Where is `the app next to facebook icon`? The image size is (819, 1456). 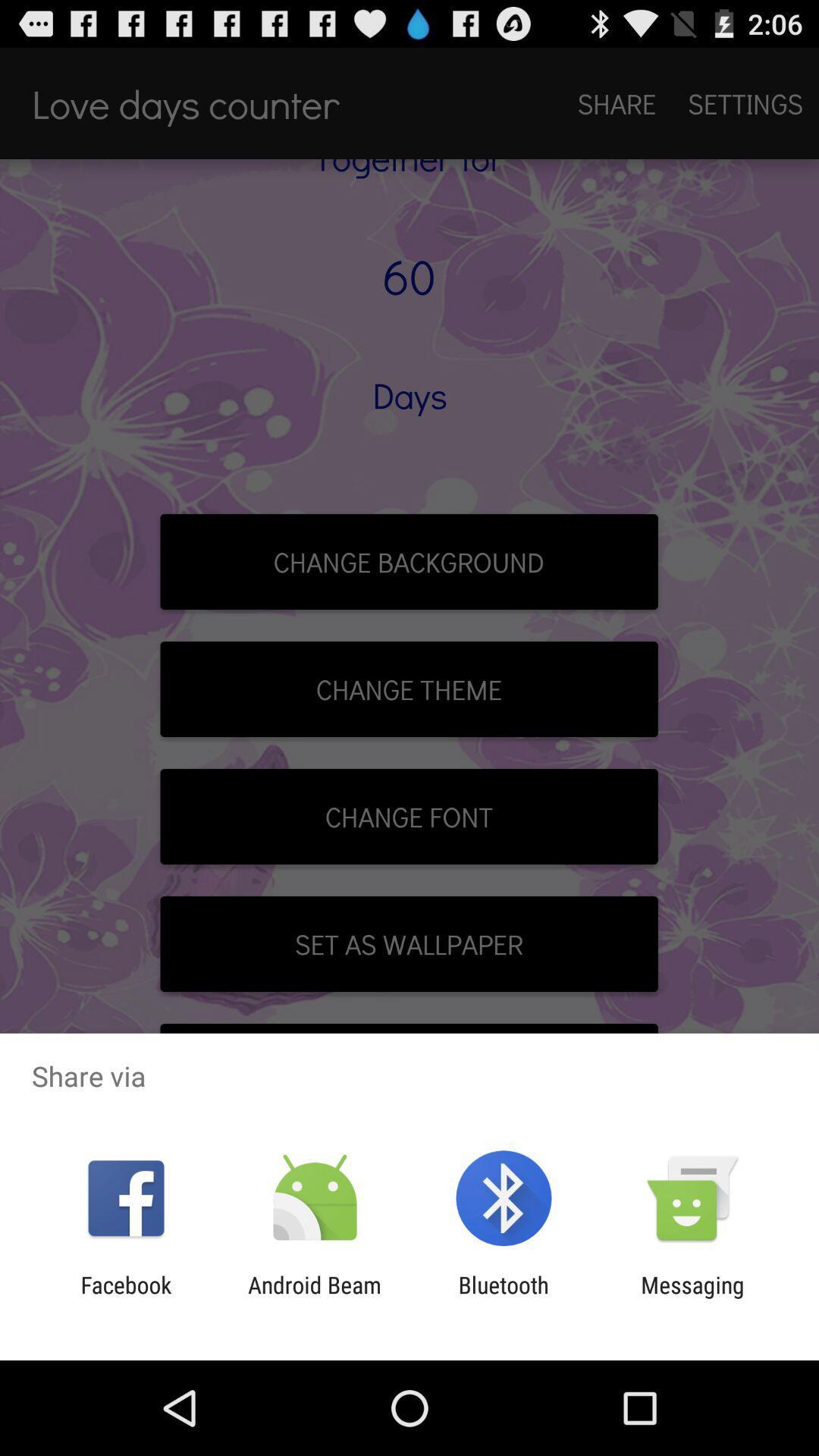
the app next to facebook icon is located at coordinates (314, 1298).